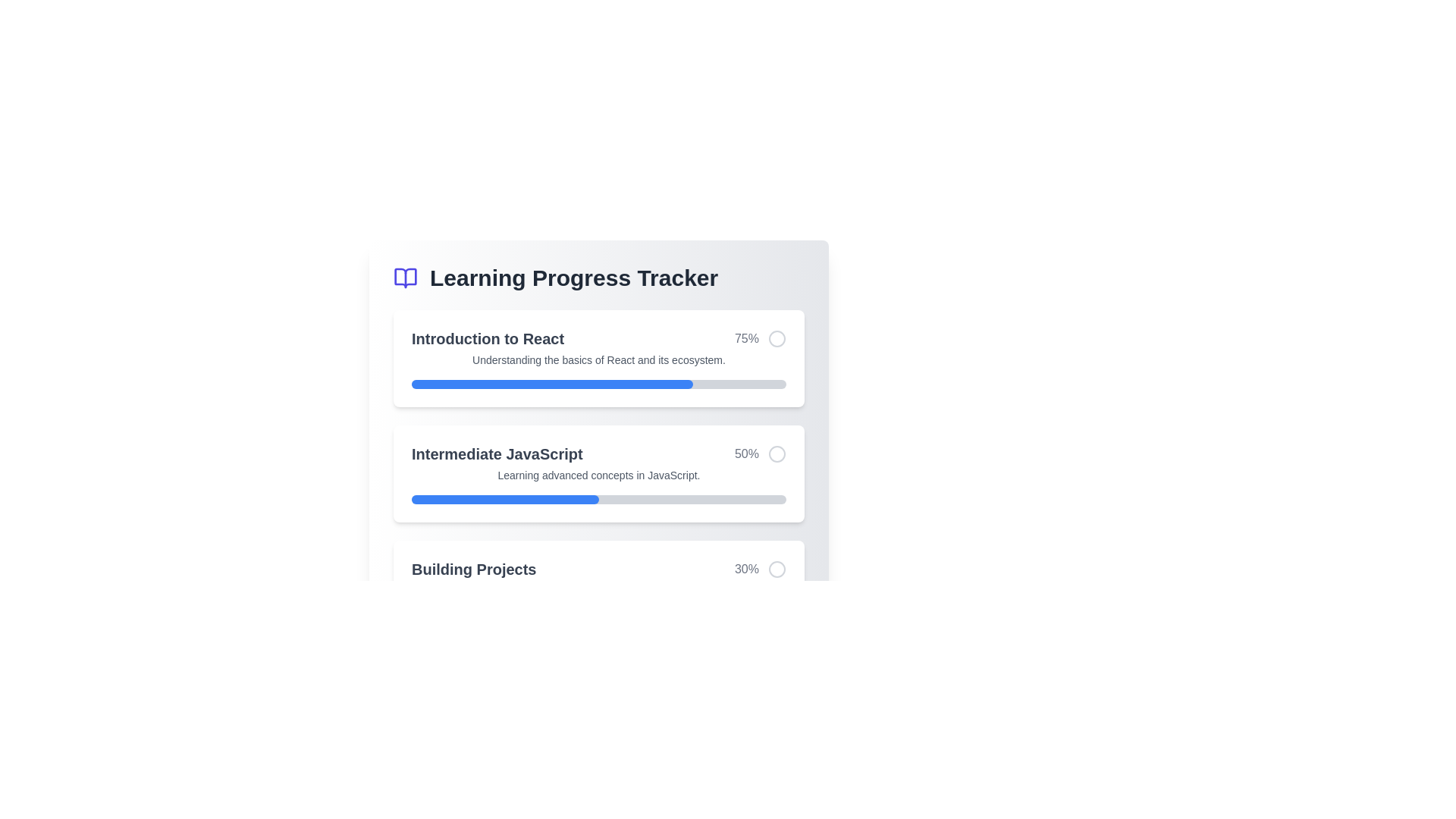  Describe the element at coordinates (598, 570) in the screenshot. I see `the circle of the Progress Indicator representing 30% completion for the task 'Building Projects'` at that location.